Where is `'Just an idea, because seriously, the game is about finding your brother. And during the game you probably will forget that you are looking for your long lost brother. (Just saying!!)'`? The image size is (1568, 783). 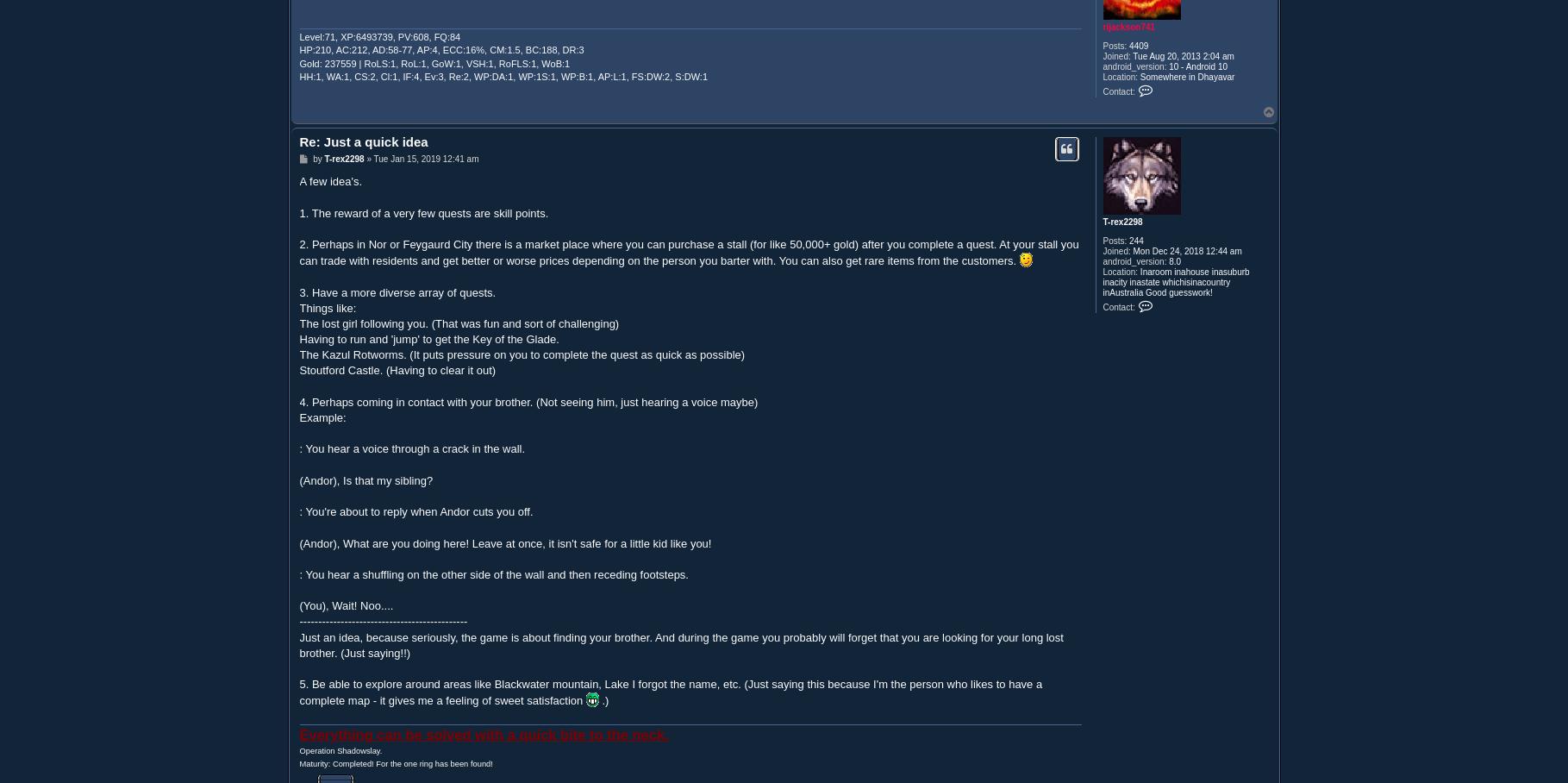
'Just an idea, because seriously, the game is about finding your brother. And during the game you probably will forget that you are looking for your long lost brother. (Just saying!!)' is located at coordinates (299, 644).